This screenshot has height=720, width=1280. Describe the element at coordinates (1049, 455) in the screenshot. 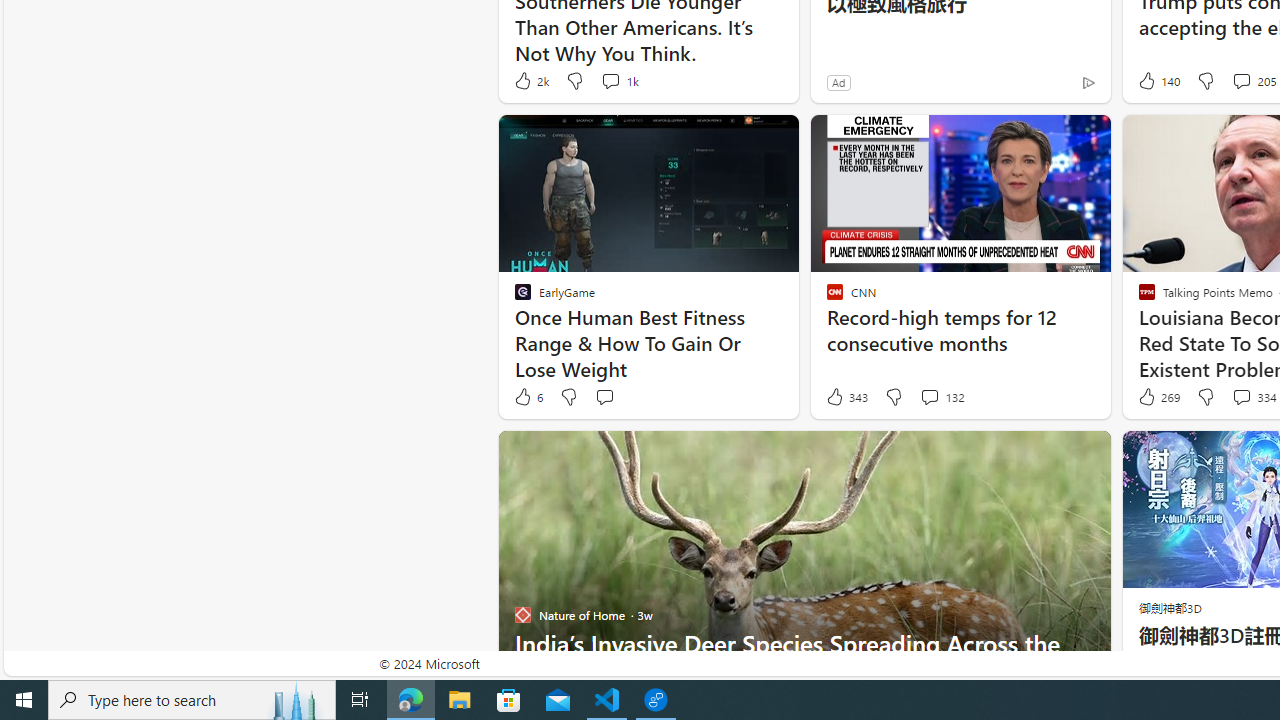

I see `'Hide this story'` at that location.